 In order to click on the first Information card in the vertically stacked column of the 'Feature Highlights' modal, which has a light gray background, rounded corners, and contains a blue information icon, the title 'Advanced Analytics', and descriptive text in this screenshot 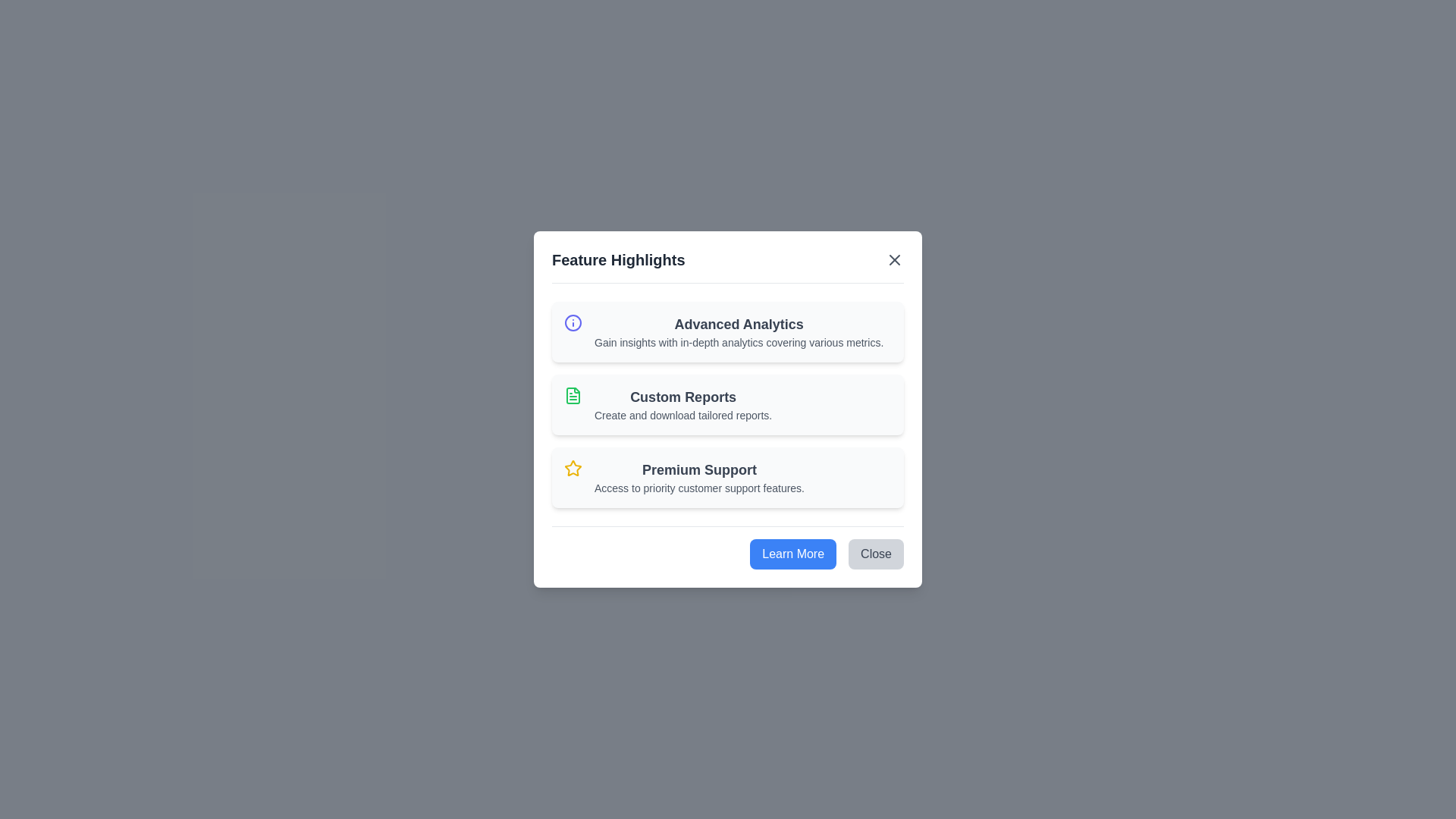, I will do `click(728, 331)`.